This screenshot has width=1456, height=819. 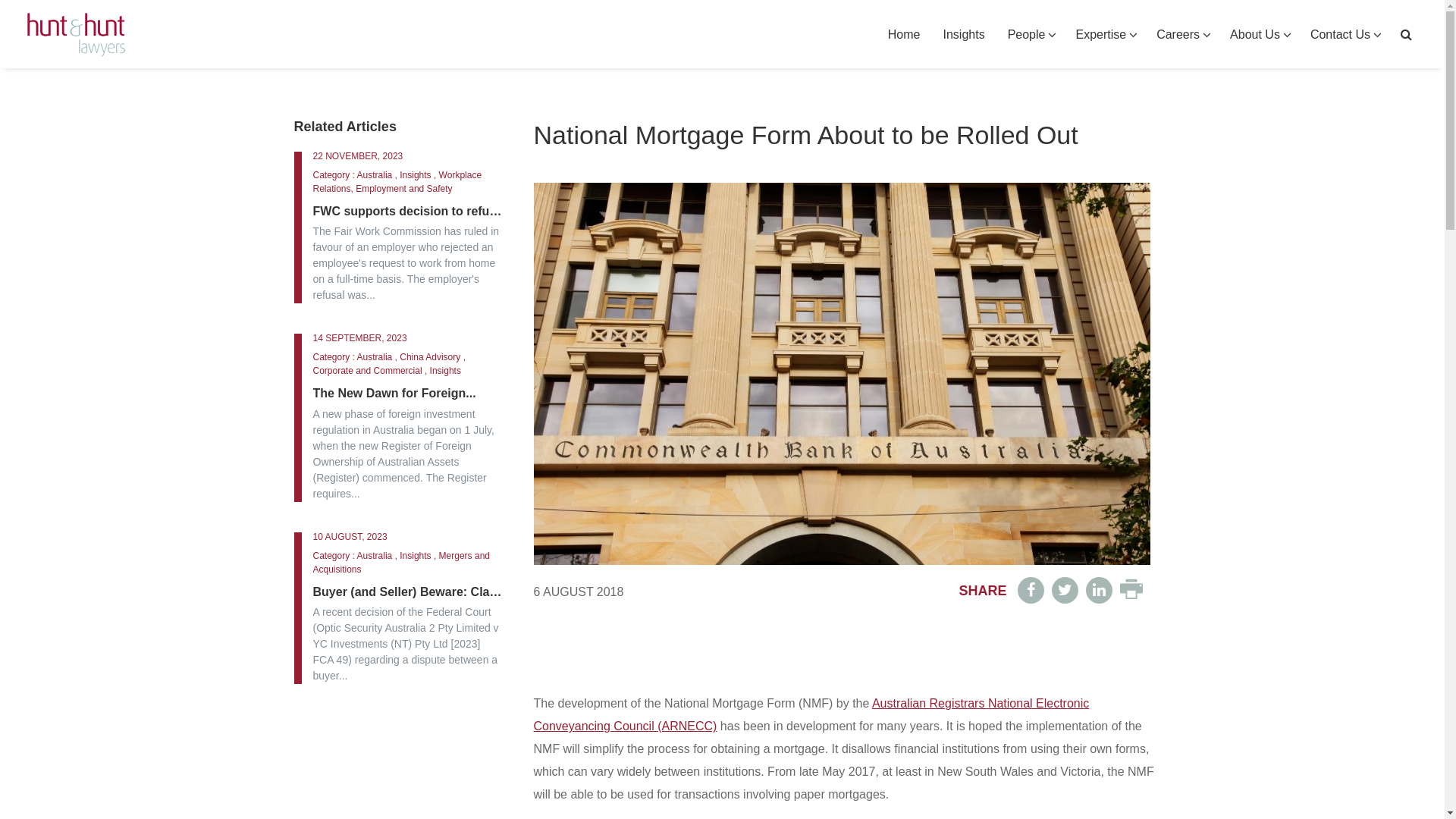 I want to click on 'Insights', so click(x=962, y=34).